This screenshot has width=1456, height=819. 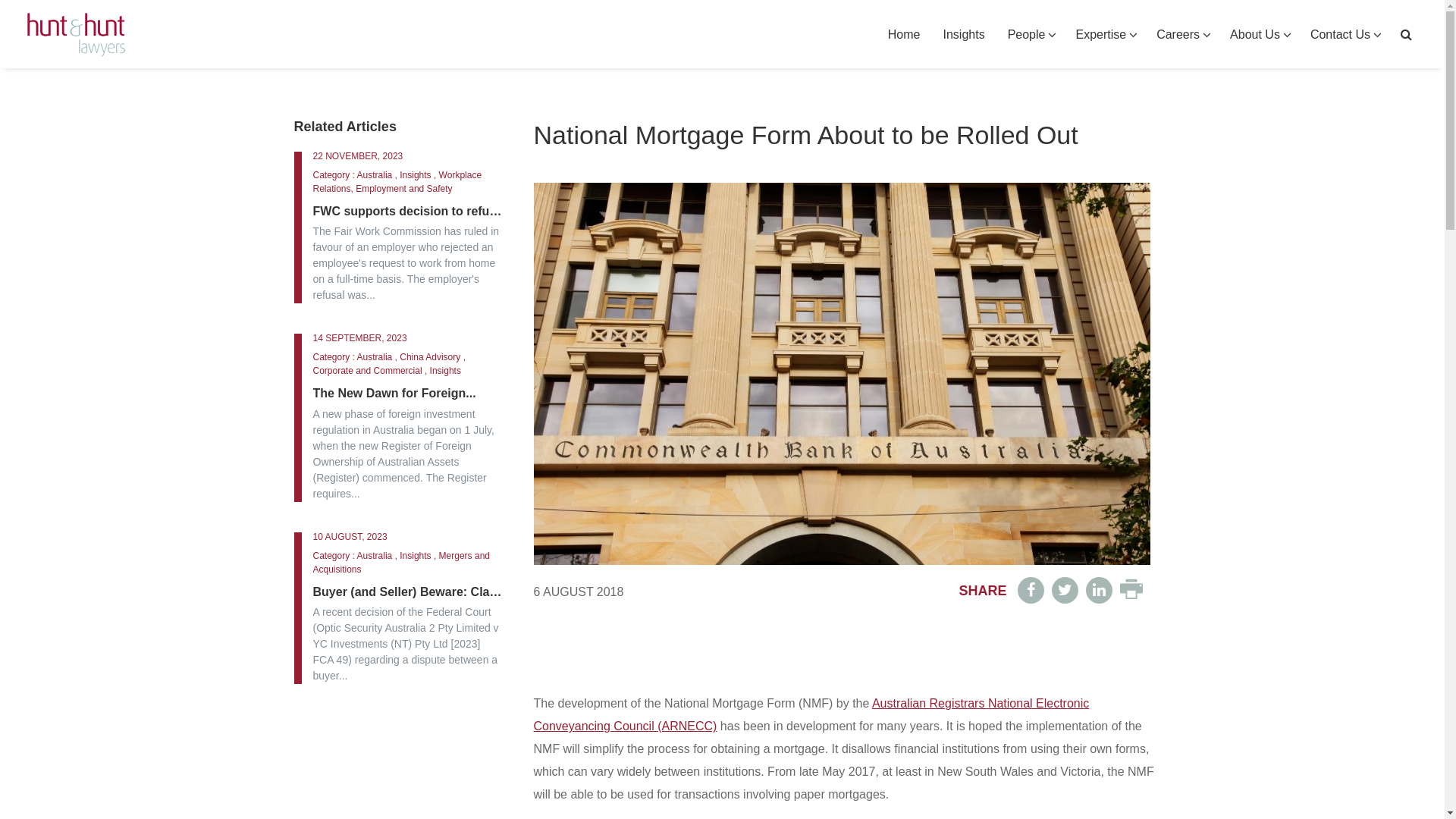 I want to click on 'Insights', so click(x=962, y=34).